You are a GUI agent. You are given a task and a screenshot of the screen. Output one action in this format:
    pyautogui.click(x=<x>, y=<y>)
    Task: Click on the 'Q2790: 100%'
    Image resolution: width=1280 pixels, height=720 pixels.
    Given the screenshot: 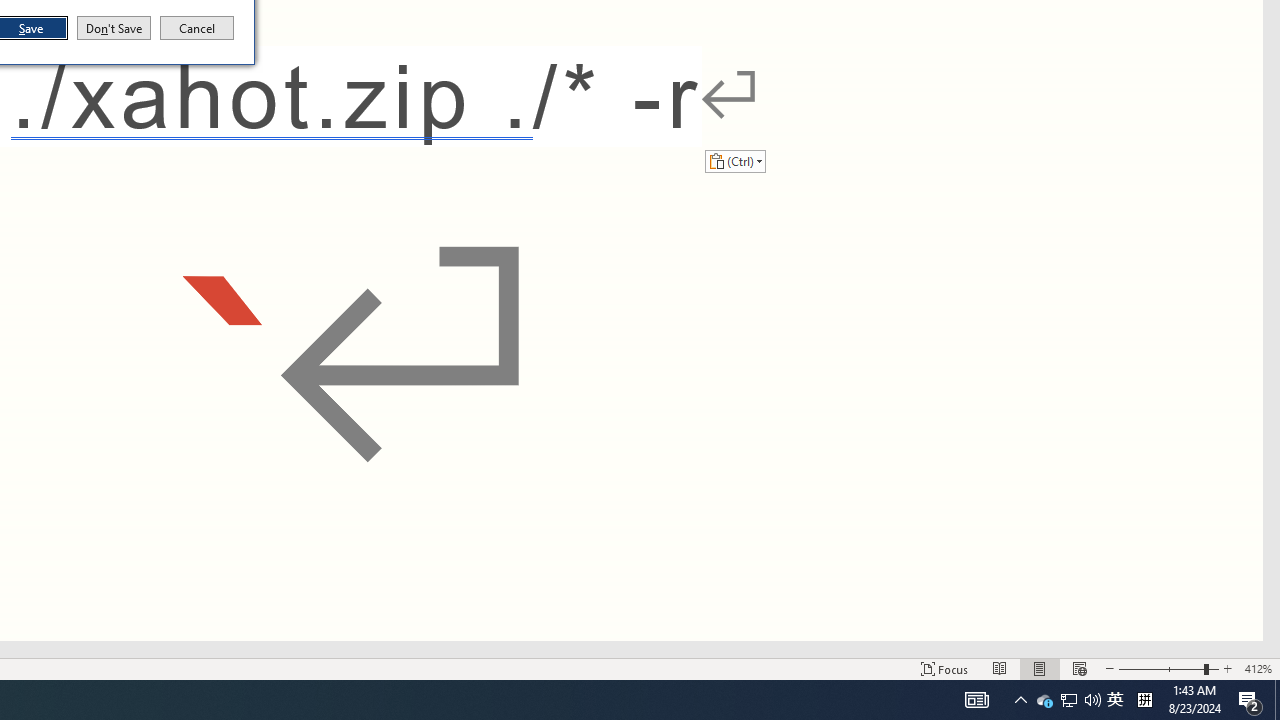 What is the action you would take?
    pyautogui.click(x=1092, y=698)
    